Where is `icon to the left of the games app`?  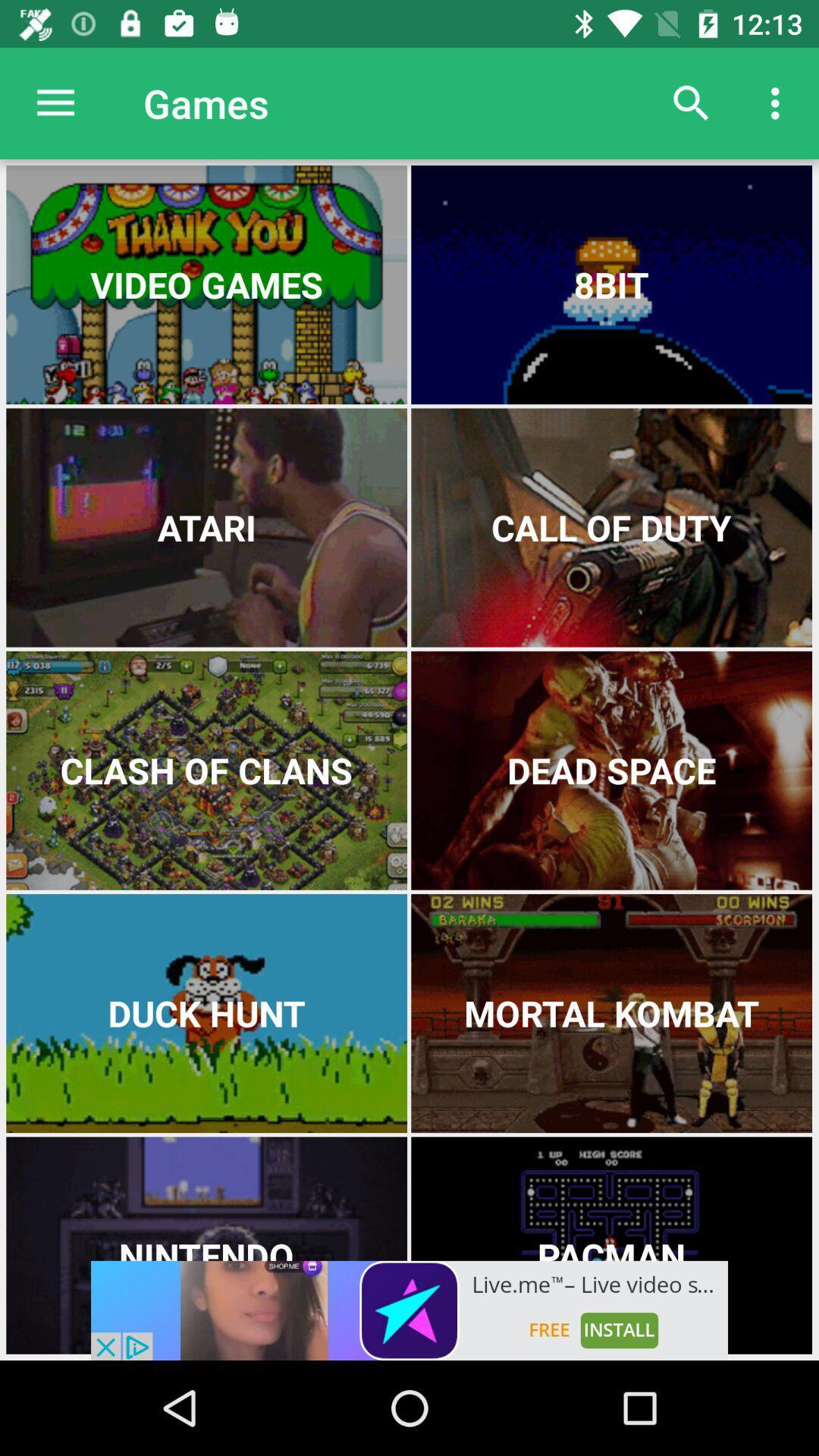 icon to the left of the games app is located at coordinates (55, 102).